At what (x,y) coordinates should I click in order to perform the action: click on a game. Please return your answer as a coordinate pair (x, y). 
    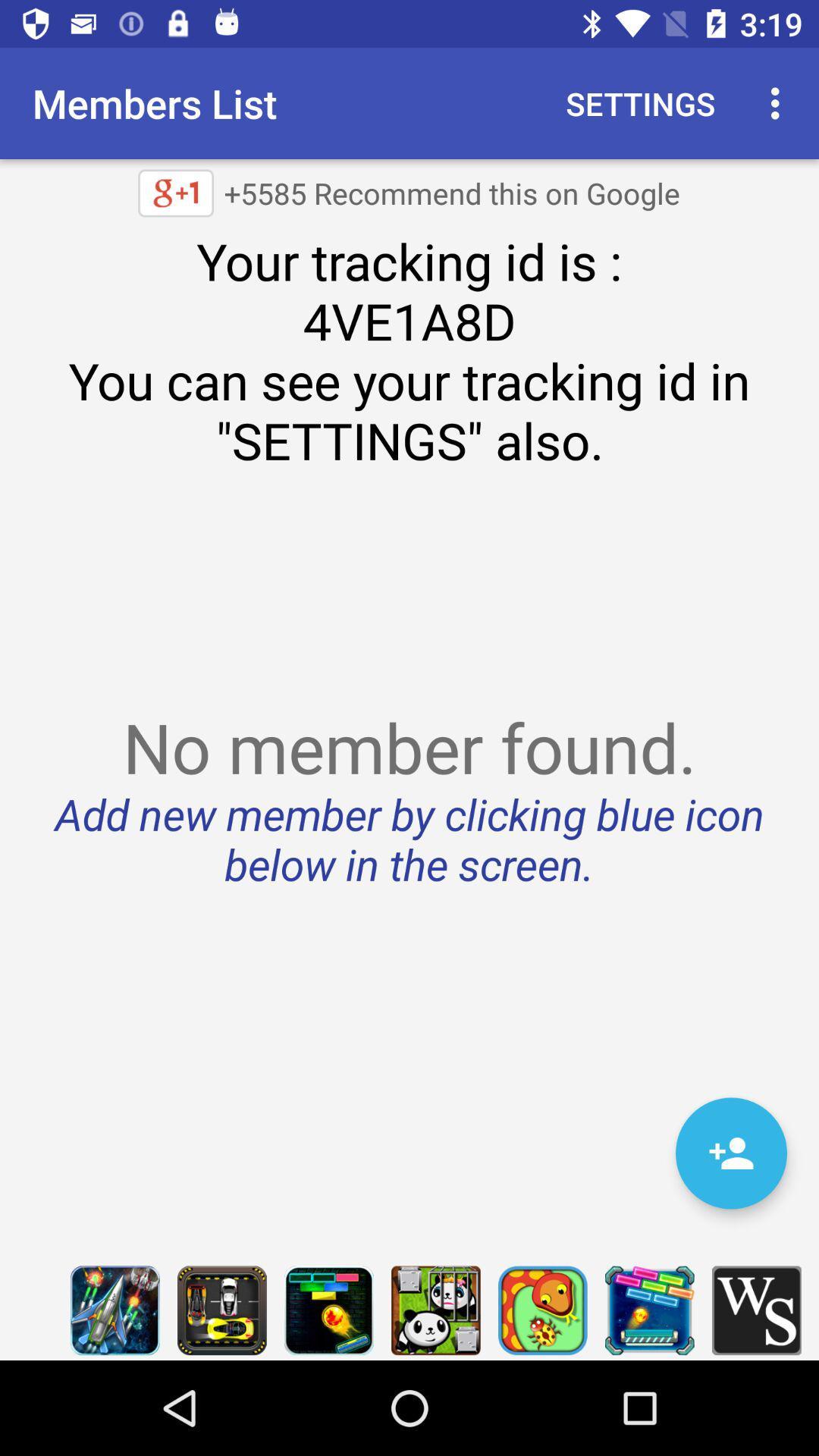
    Looking at the image, I should click on (435, 1310).